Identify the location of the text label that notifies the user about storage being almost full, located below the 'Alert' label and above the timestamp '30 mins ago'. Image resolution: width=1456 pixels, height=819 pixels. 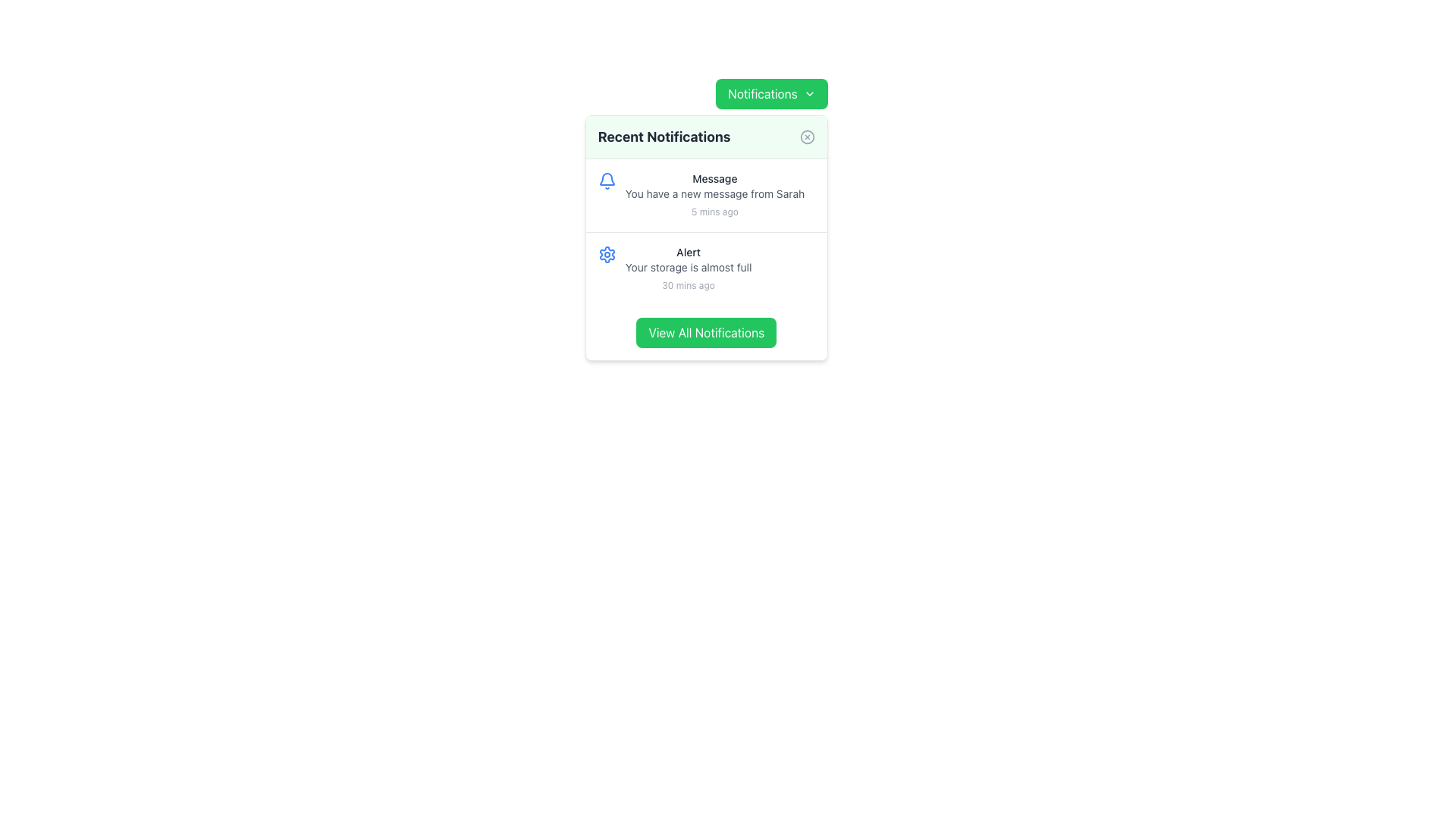
(688, 267).